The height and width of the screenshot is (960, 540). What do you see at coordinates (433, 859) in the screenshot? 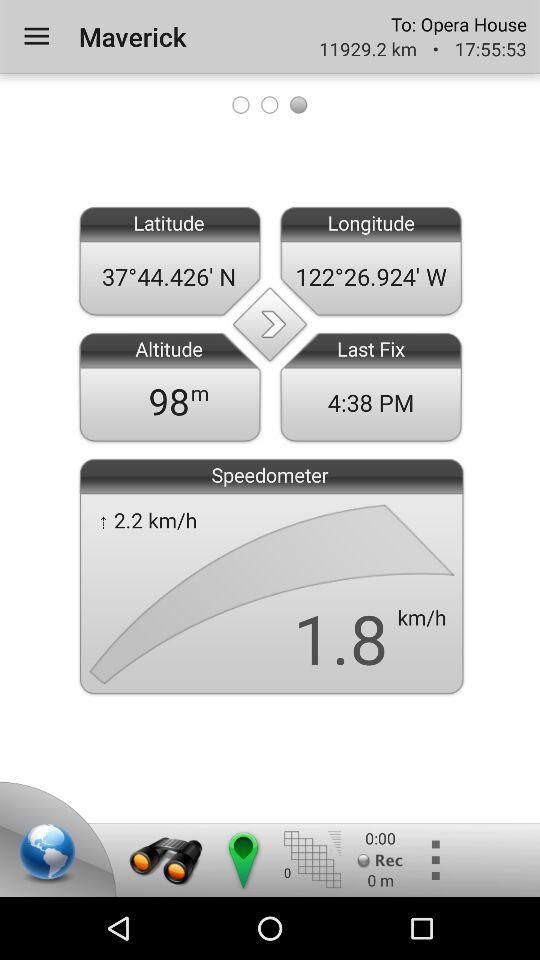
I see `additional options for gps` at bounding box center [433, 859].